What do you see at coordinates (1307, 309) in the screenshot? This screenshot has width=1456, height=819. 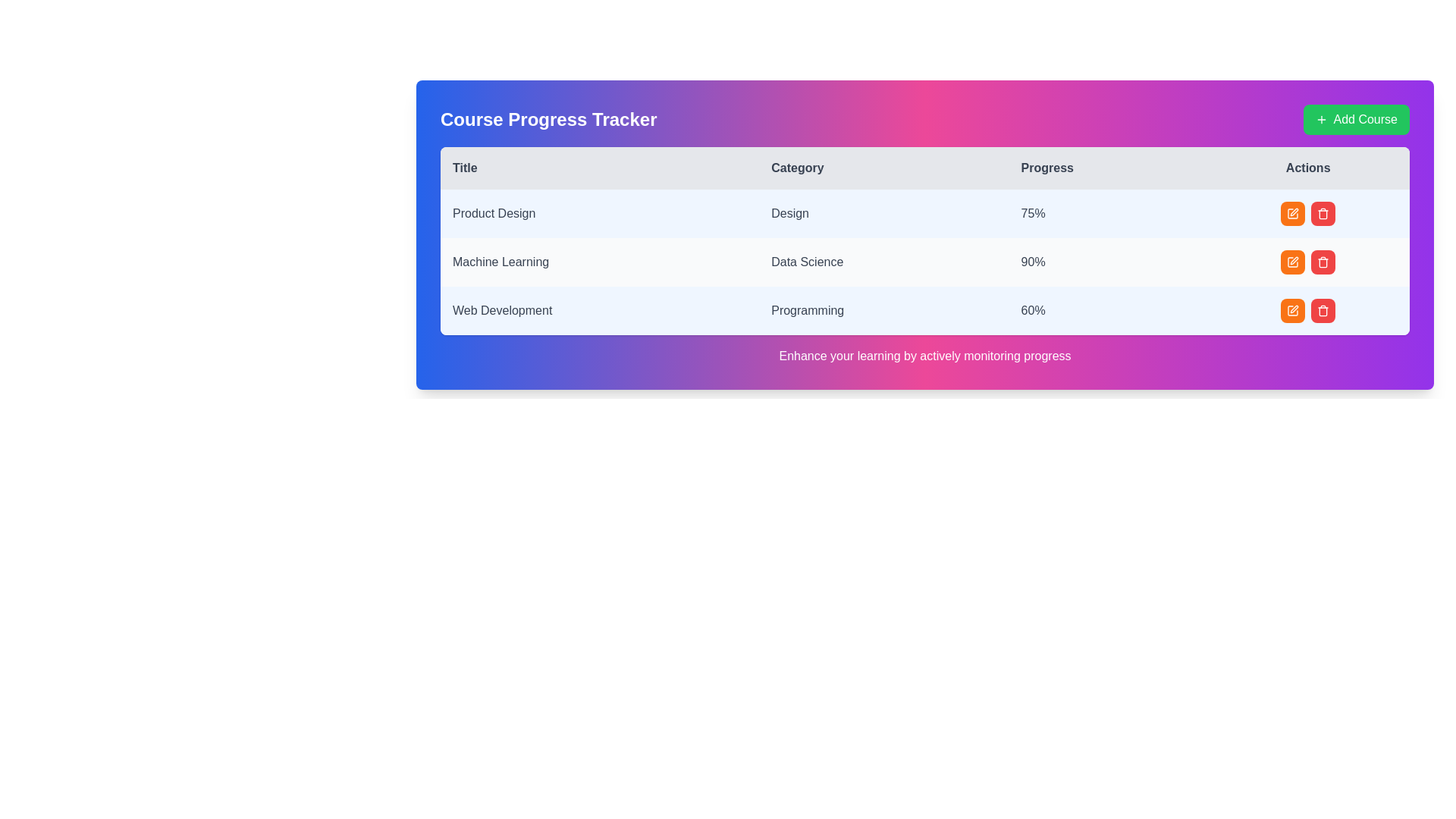 I see `the edit button in the Action button group for the 'Web Development' row to enter edit mode` at bounding box center [1307, 309].